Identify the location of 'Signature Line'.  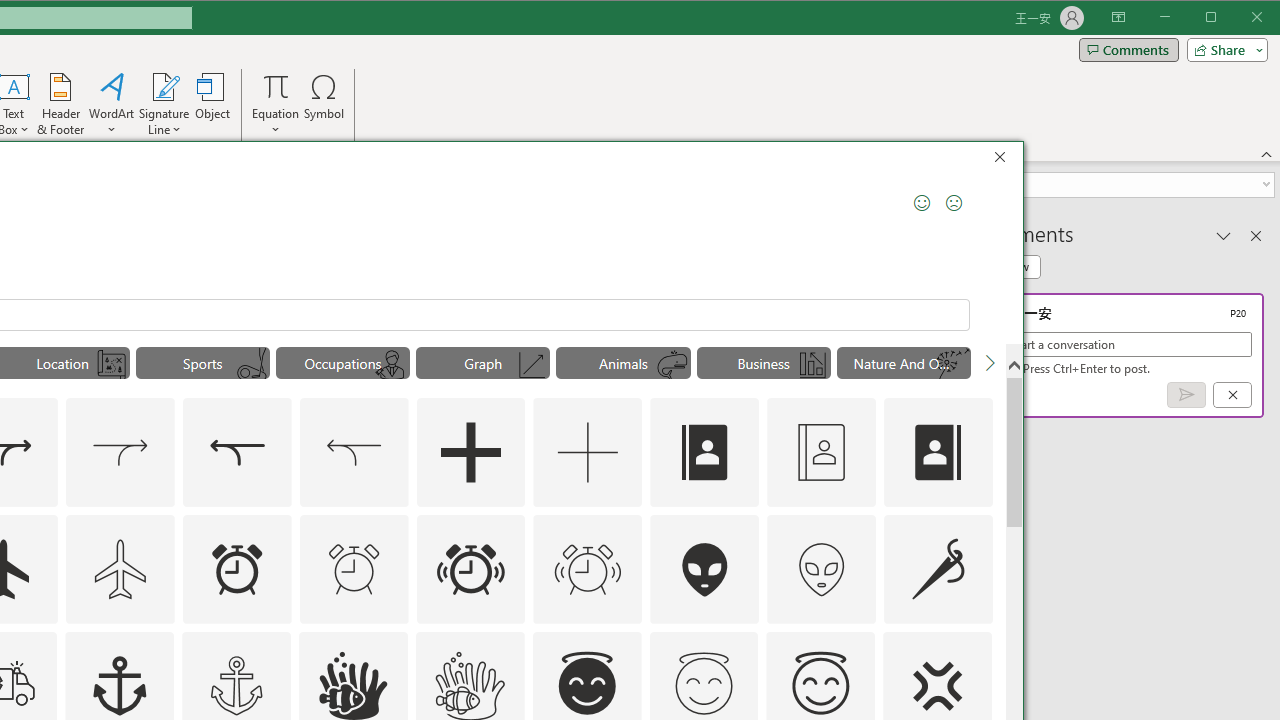
(164, 85).